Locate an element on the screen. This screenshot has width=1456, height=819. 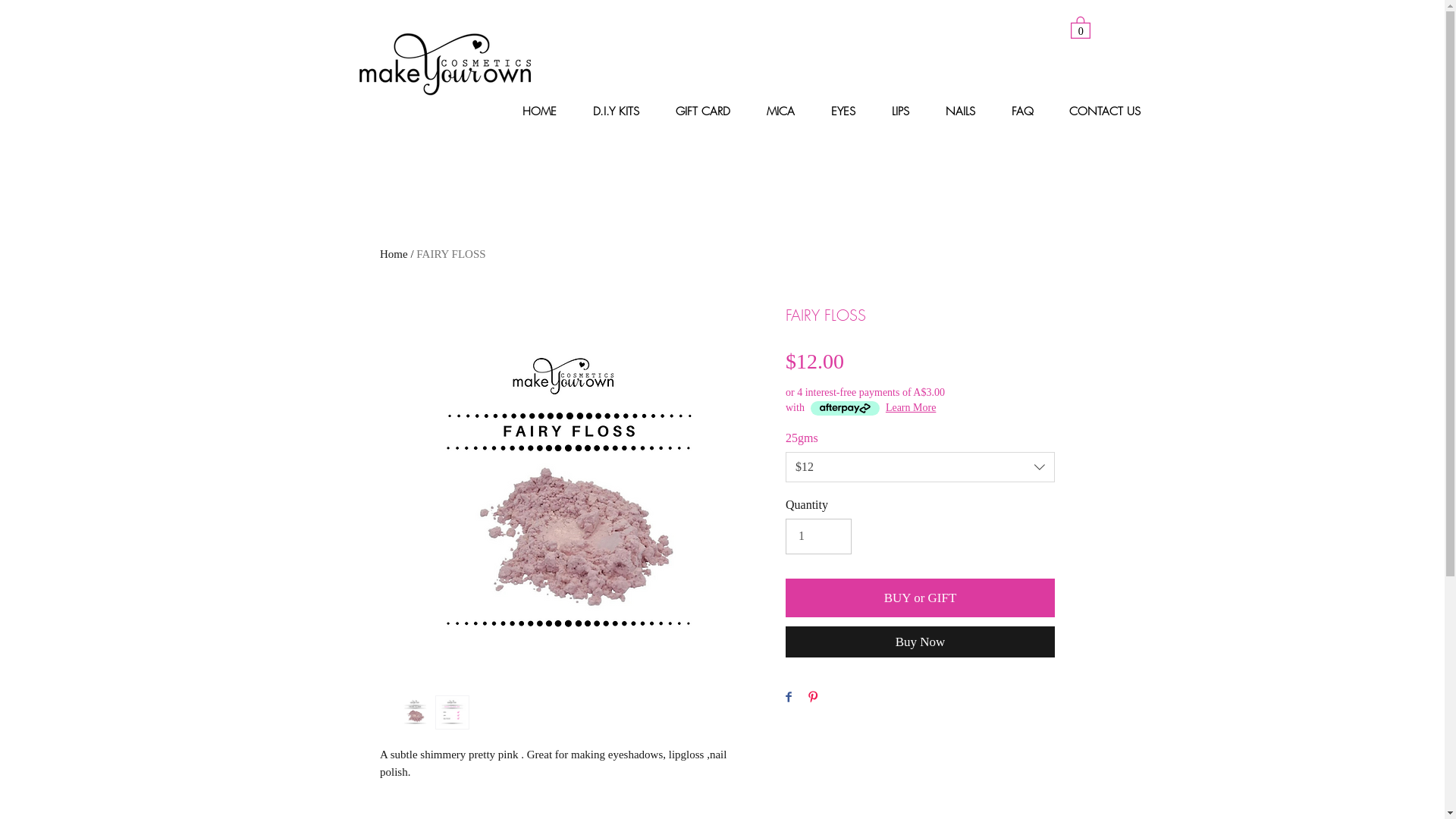
'$12' is located at coordinates (919, 466).